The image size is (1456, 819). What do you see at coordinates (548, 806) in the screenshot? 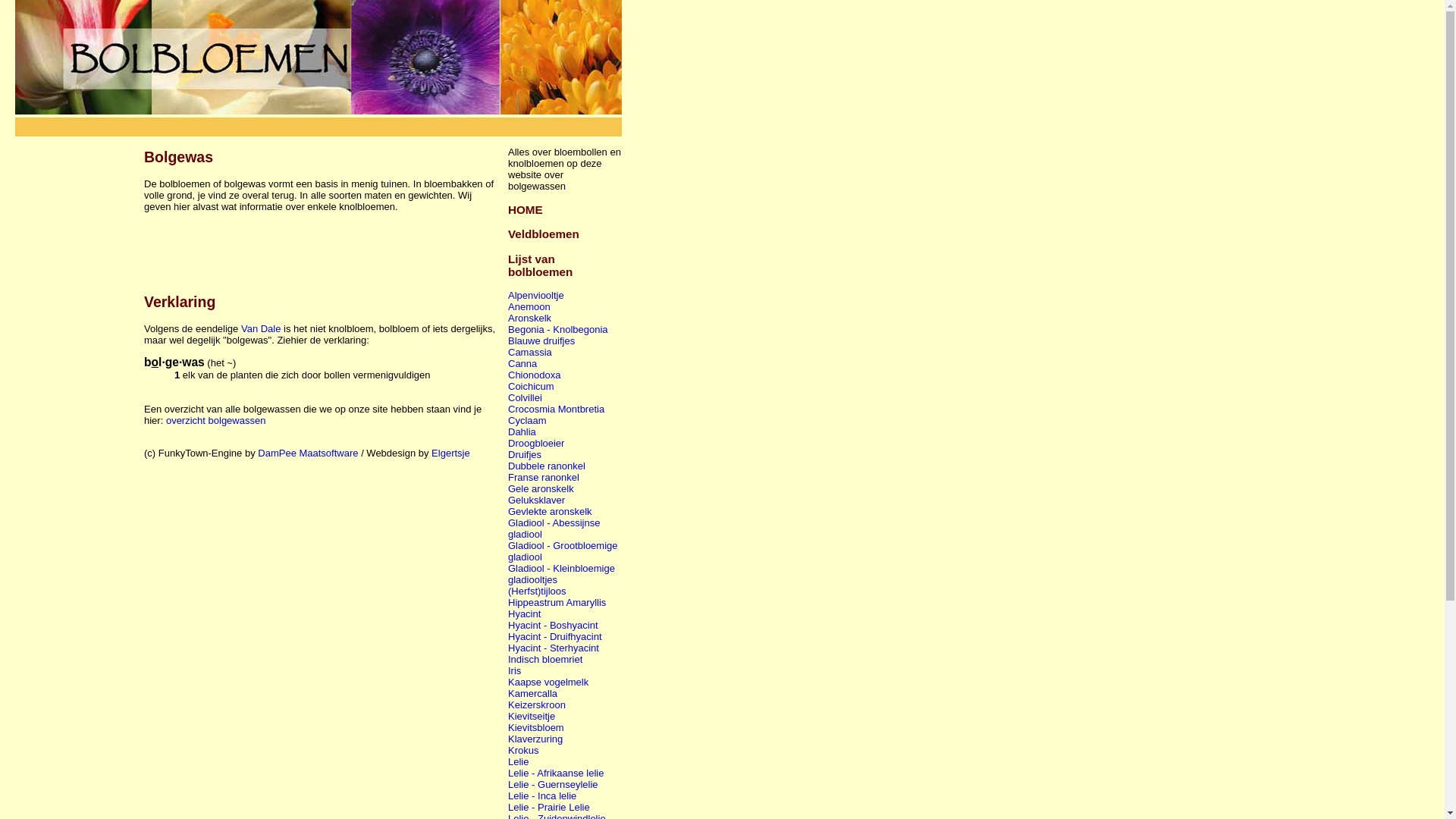
I see `'Lelie - Prairie Lelie'` at bounding box center [548, 806].